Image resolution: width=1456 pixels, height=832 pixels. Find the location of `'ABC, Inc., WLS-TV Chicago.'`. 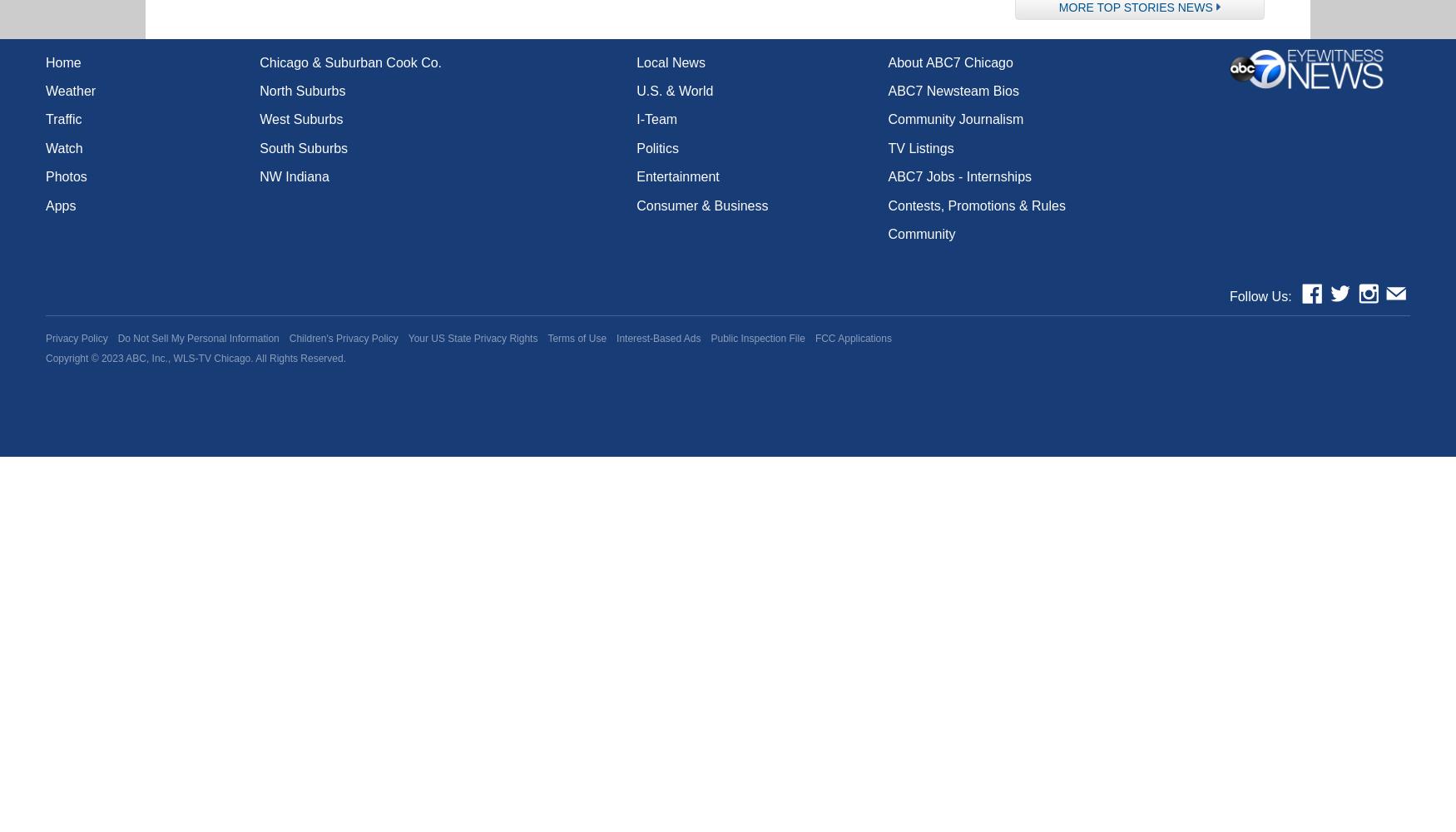

'ABC, Inc., WLS-TV Chicago.' is located at coordinates (189, 359).